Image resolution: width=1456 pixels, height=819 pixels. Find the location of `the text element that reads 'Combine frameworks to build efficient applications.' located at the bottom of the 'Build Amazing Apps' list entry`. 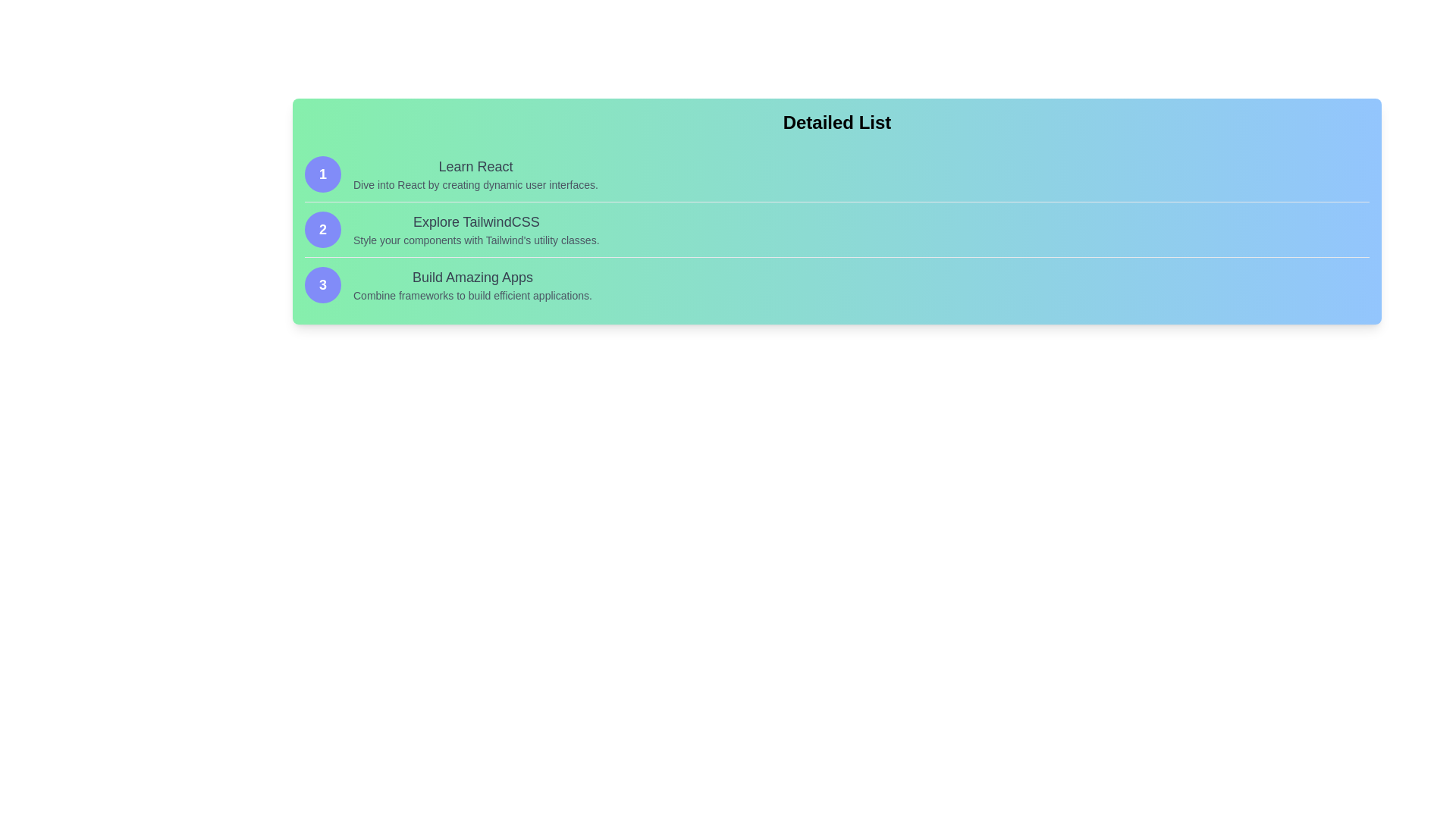

the text element that reads 'Combine frameworks to build efficient applications.' located at the bottom of the 'Build Amazing Apps' list entry is located at coordinates (472, 295).